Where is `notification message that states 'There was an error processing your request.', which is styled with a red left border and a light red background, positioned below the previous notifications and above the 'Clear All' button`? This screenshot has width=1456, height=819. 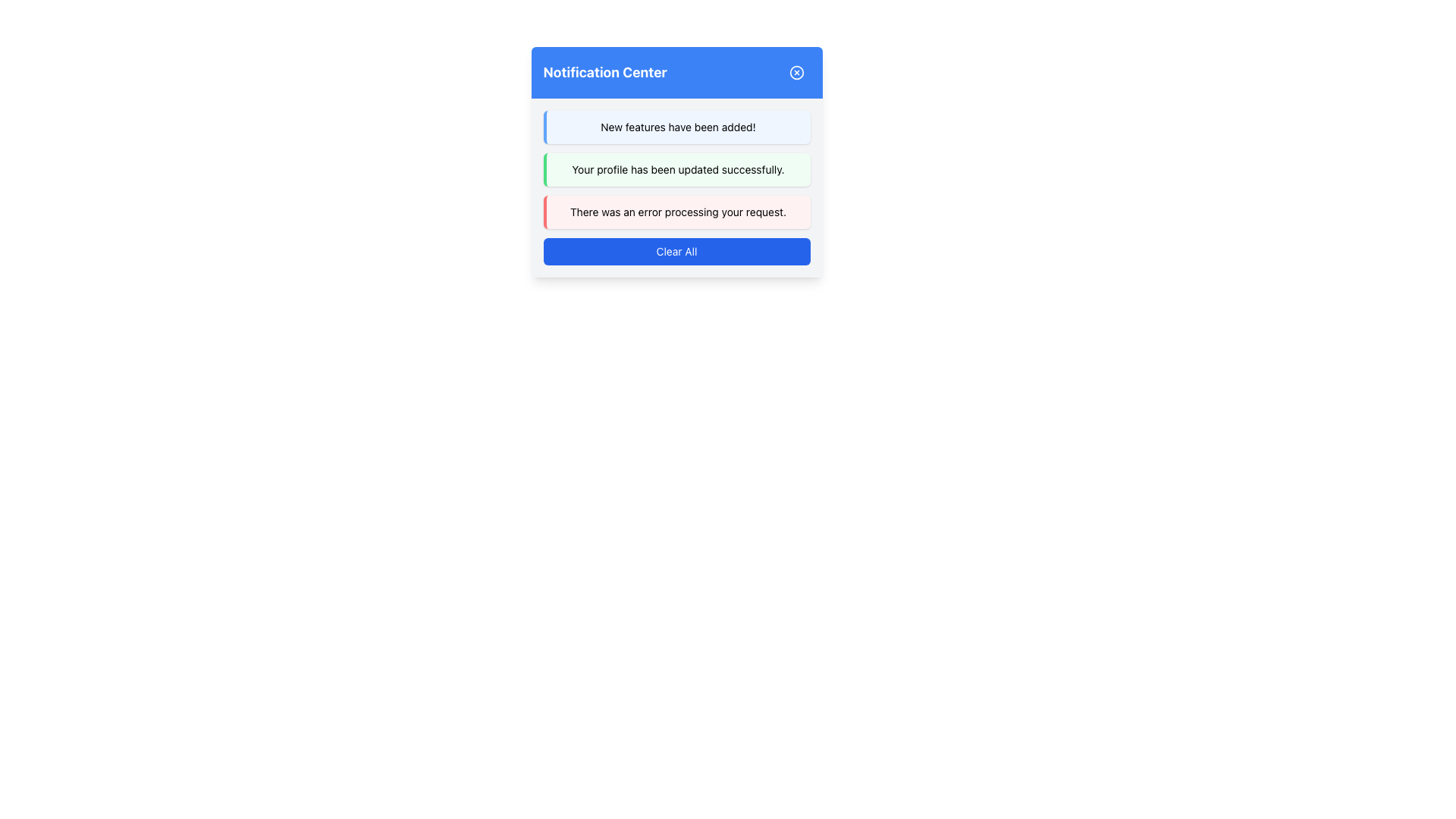
notification message that states 'There was an error processing your request.', which is styled with a red left border and a light red background, positioned below the previous notifications and above the 'Clear All' button is located at coordinates (676, 212).